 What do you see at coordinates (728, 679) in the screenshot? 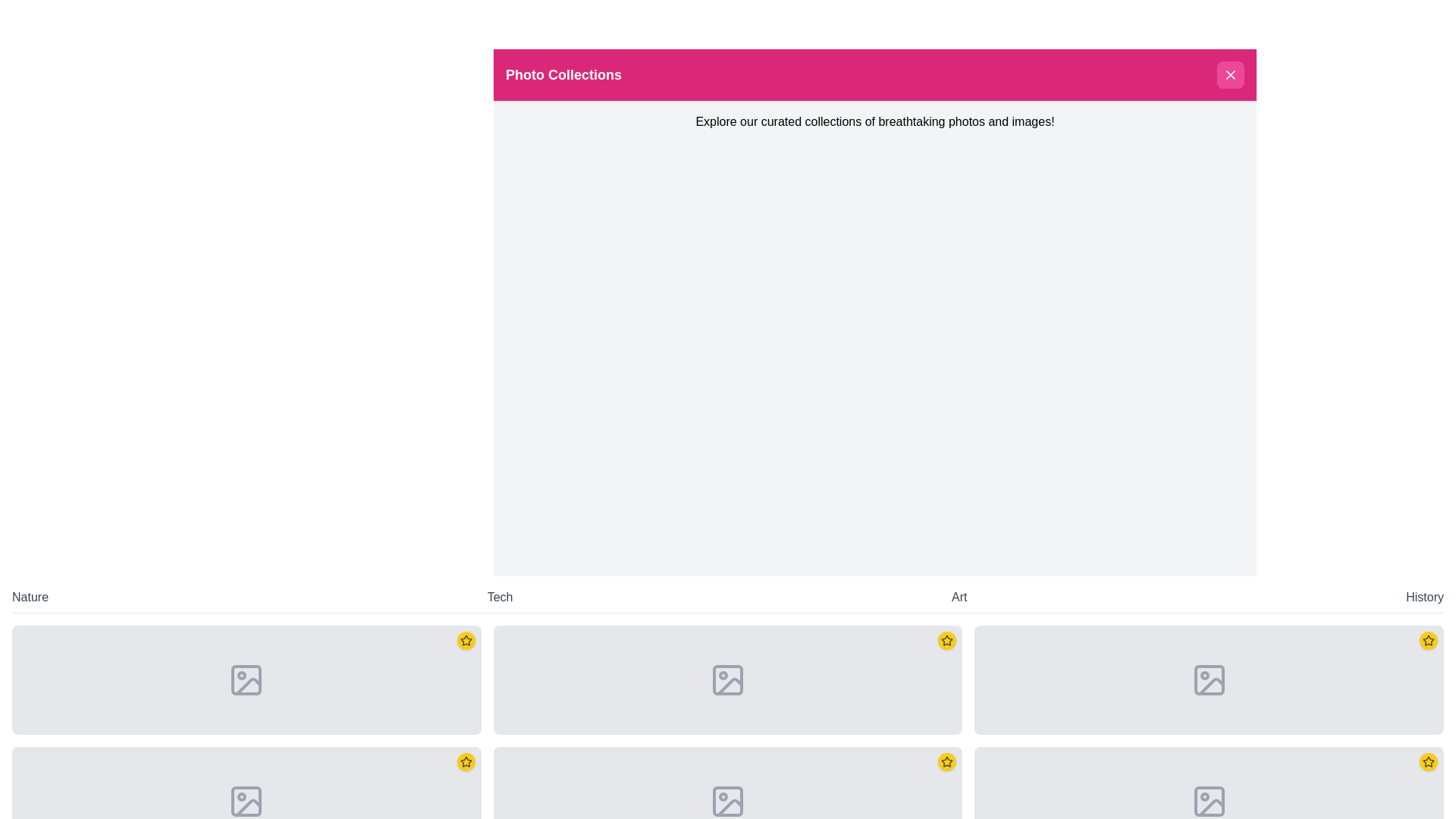
I see `the SVG icon of a photo frame or gallery with a grey outline, located in the second row and second column of the grid, featuring a circular camera lens detail` at bounding box center [728, 679].